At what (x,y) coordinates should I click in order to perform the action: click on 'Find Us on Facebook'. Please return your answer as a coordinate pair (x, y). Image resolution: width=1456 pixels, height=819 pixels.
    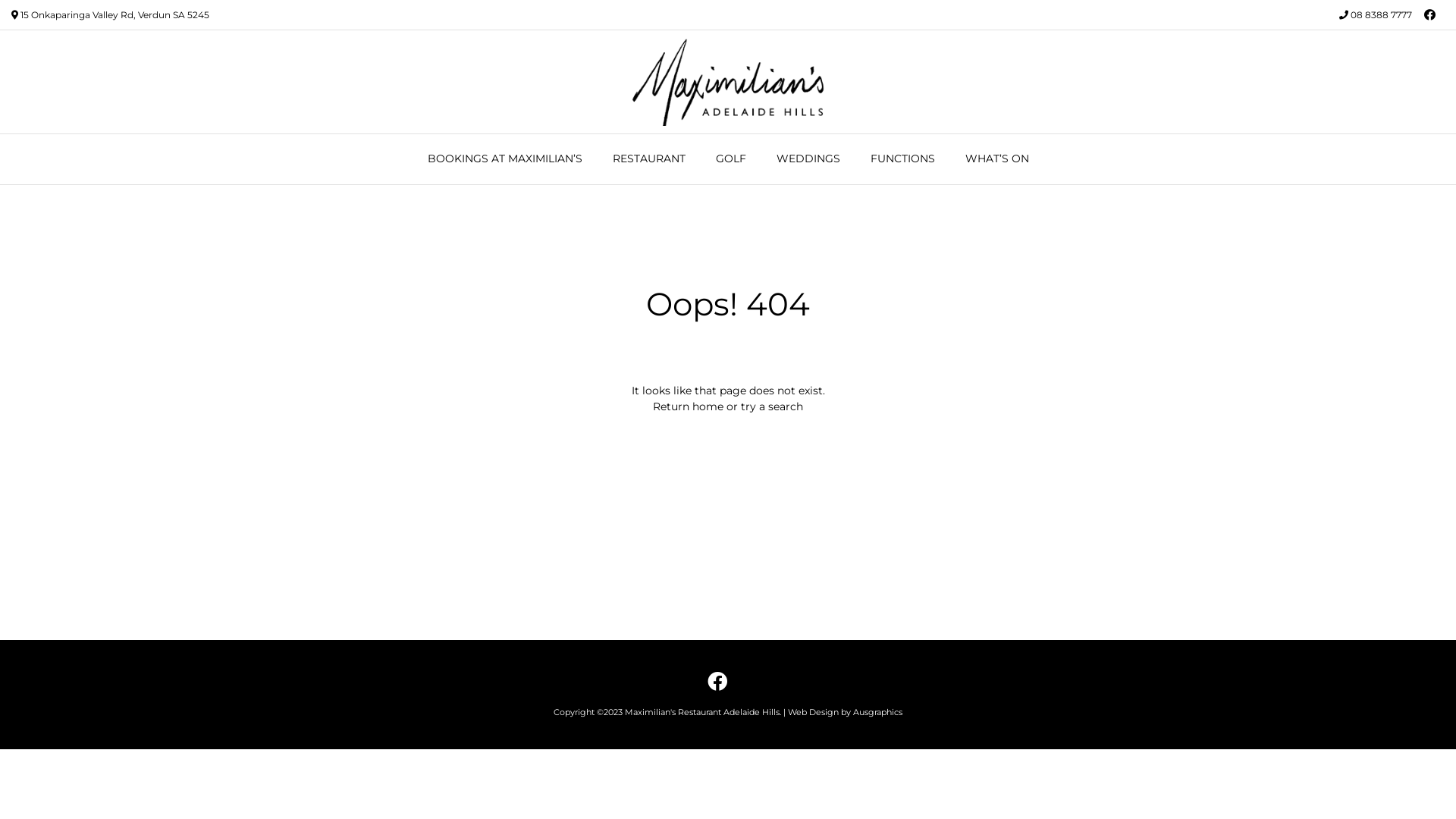
    Looking at the image, I should click on (716, 680).